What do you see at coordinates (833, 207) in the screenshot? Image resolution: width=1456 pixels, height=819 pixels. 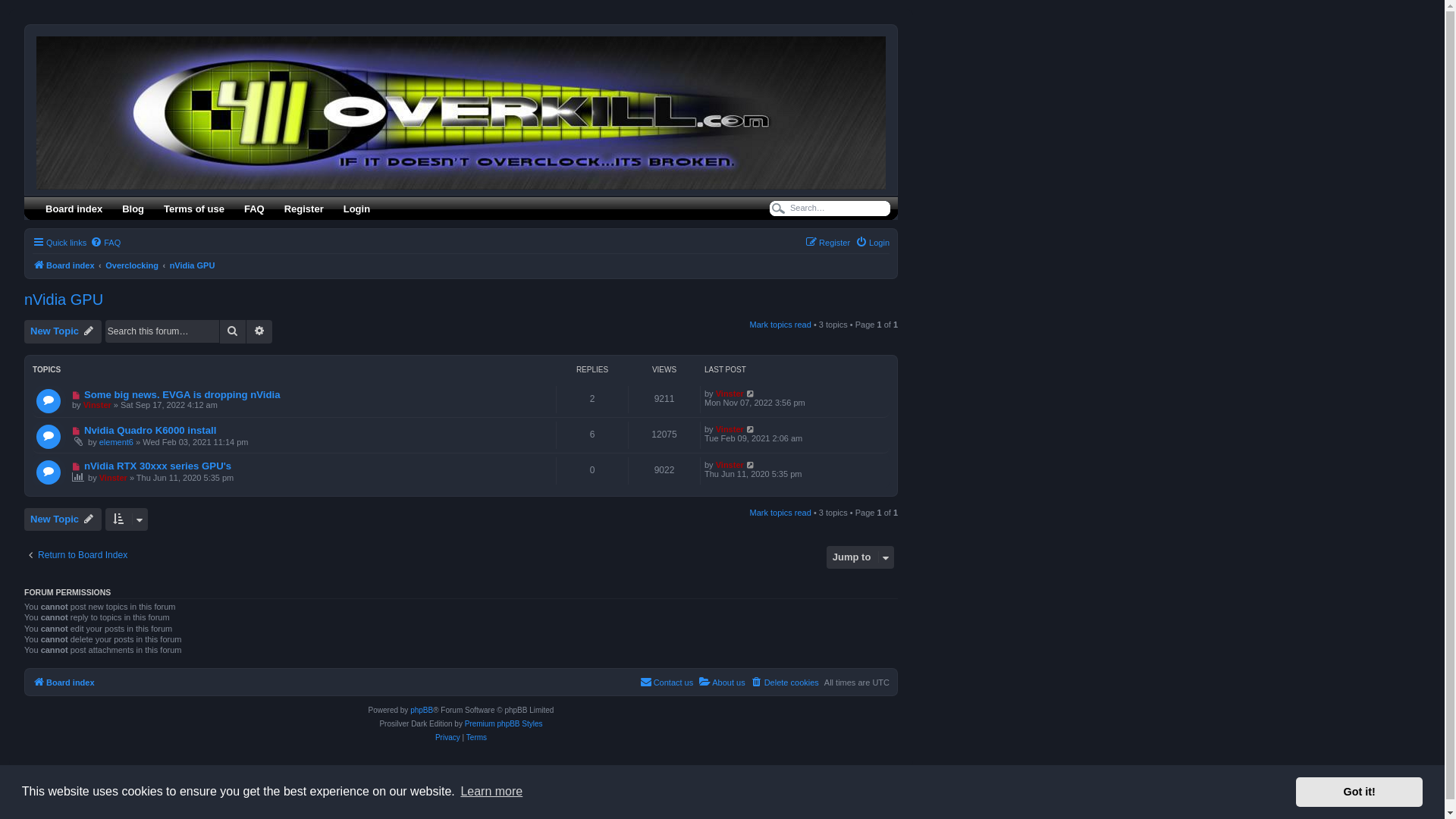 I see `'Search for keywords'` at bounding box center [833, 207].